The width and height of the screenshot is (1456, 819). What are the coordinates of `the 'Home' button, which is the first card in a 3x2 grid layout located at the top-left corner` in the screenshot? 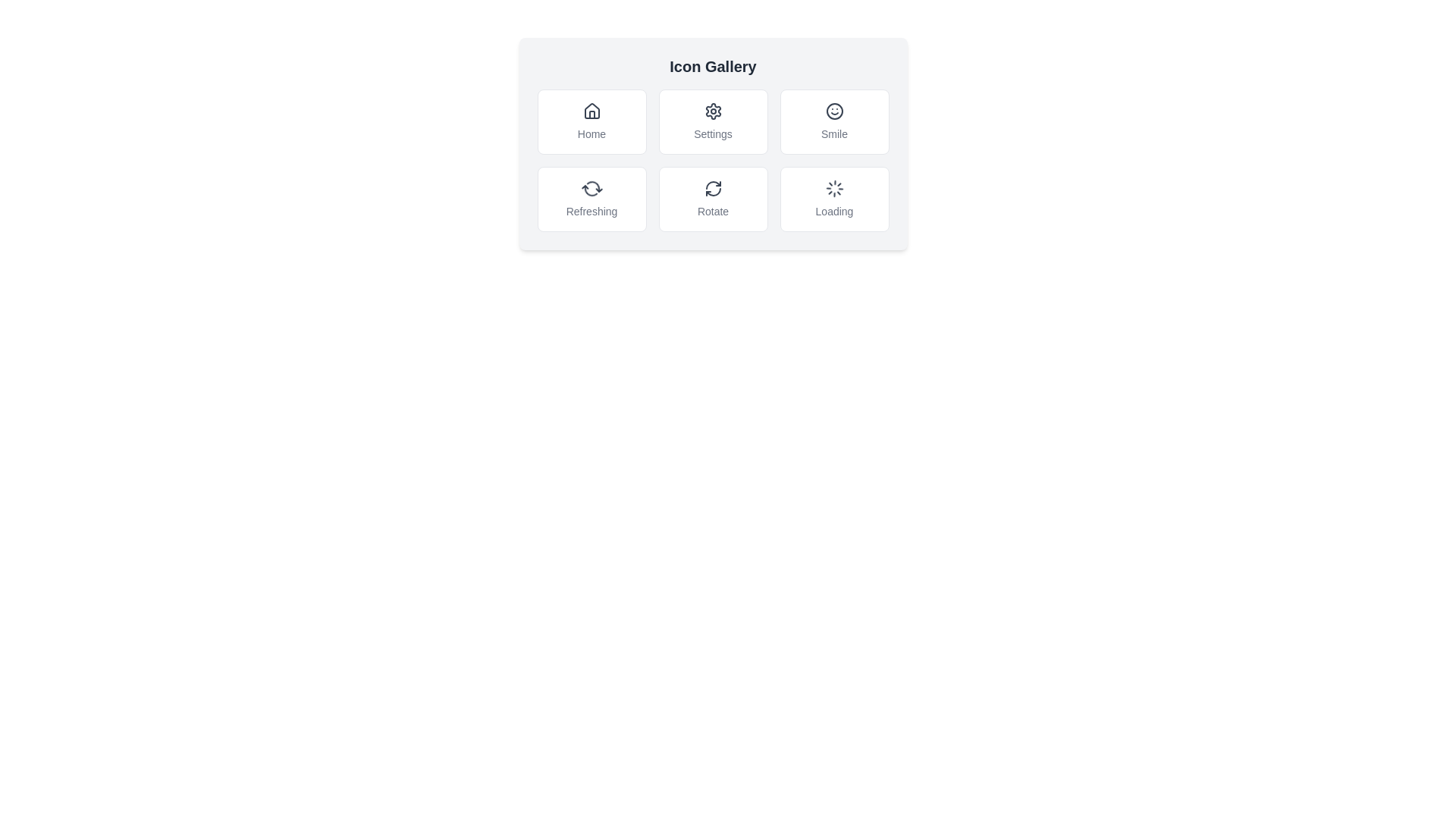 It's located at (591, 121).